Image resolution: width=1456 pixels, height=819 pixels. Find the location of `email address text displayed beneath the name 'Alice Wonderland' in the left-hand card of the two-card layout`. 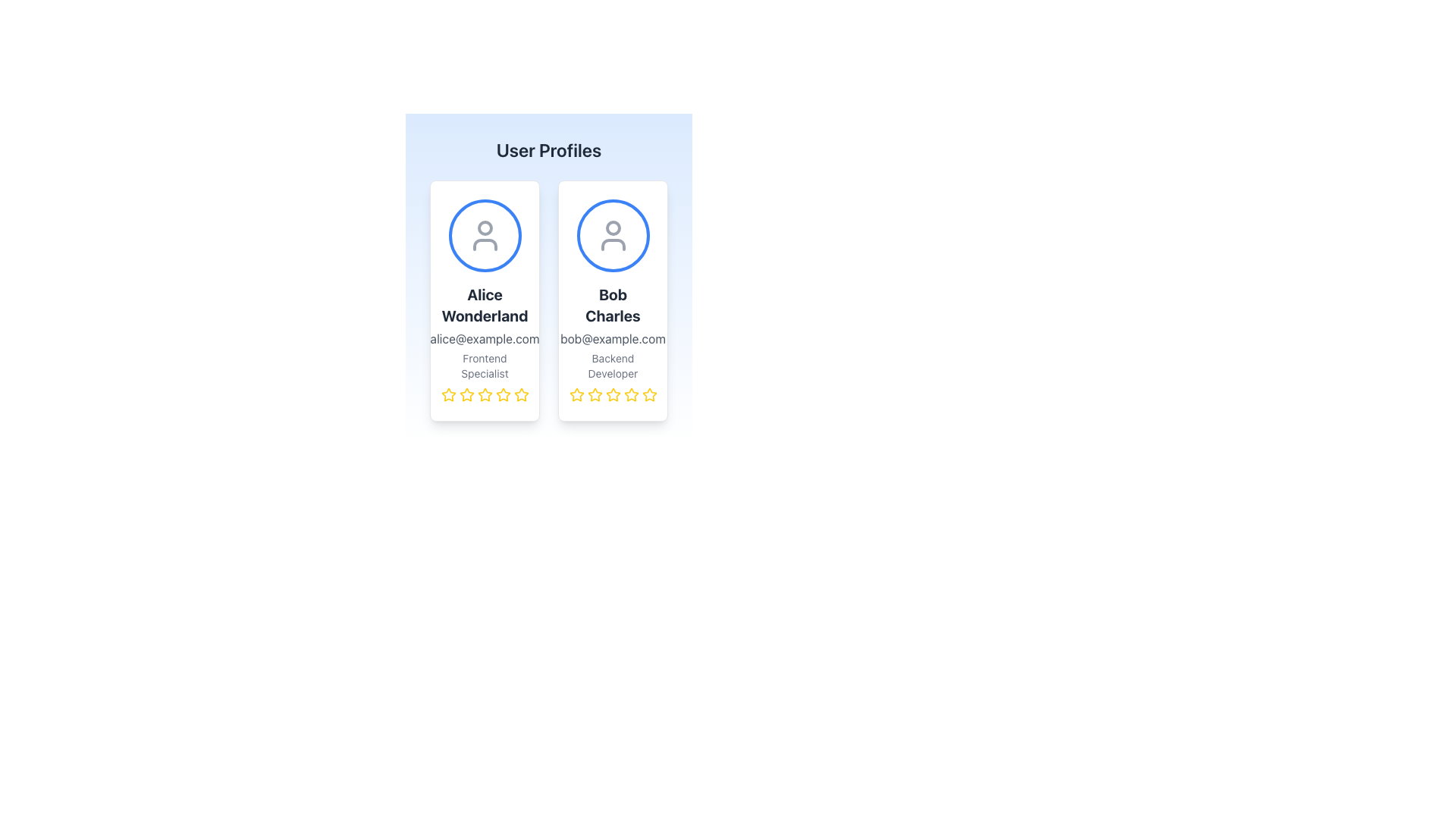

email address text displayed beneath the name 'Alice Wonderland' in the left-hand card of the two-card layout is located at coordinates (484, 338).